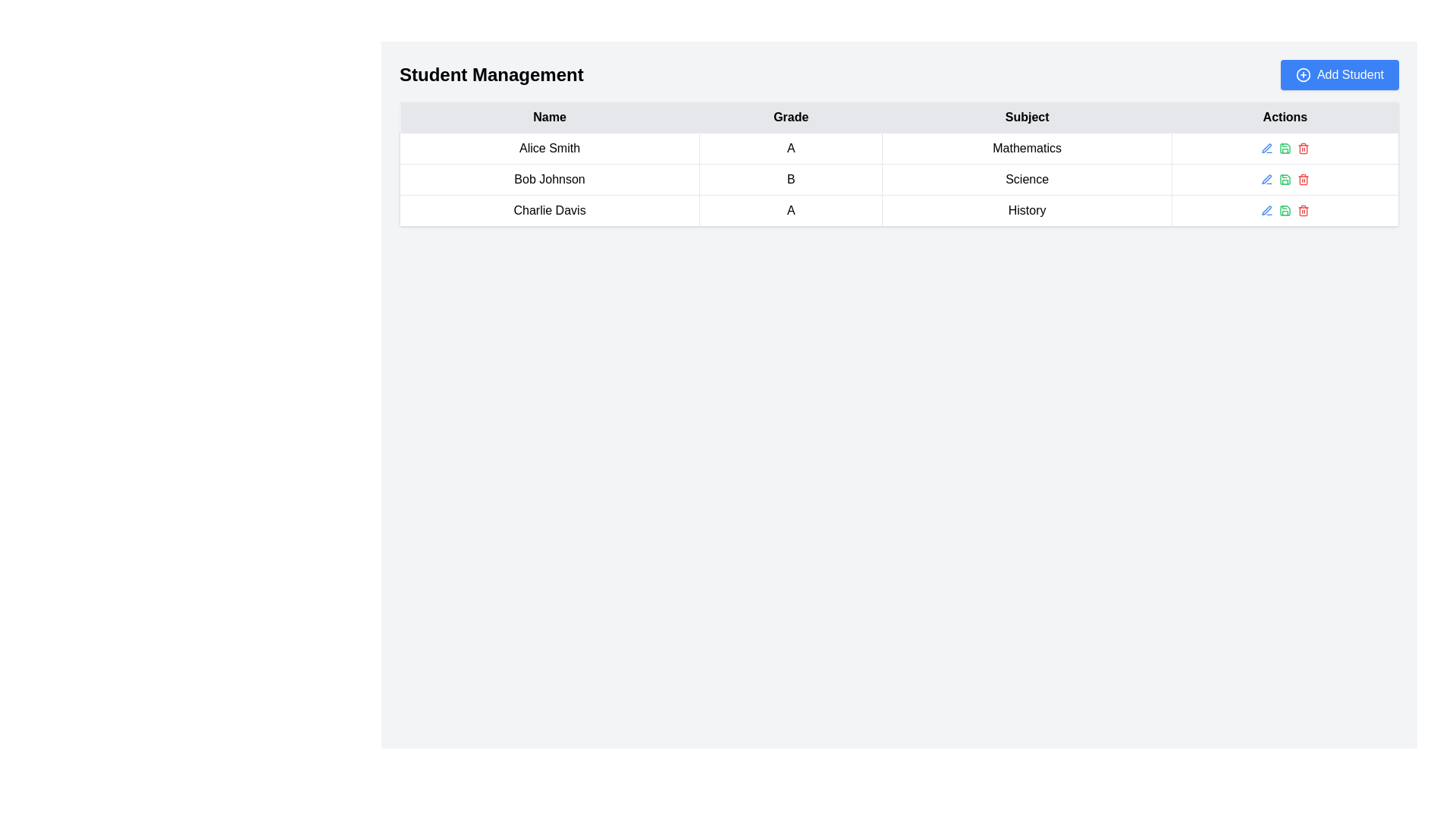 This screenshot has height=819, width=1456. I want to click on the circular icon with a plus sign inside, part of the 'Add Student' button located in the top-right corner of the interface, so click(1302, 75).